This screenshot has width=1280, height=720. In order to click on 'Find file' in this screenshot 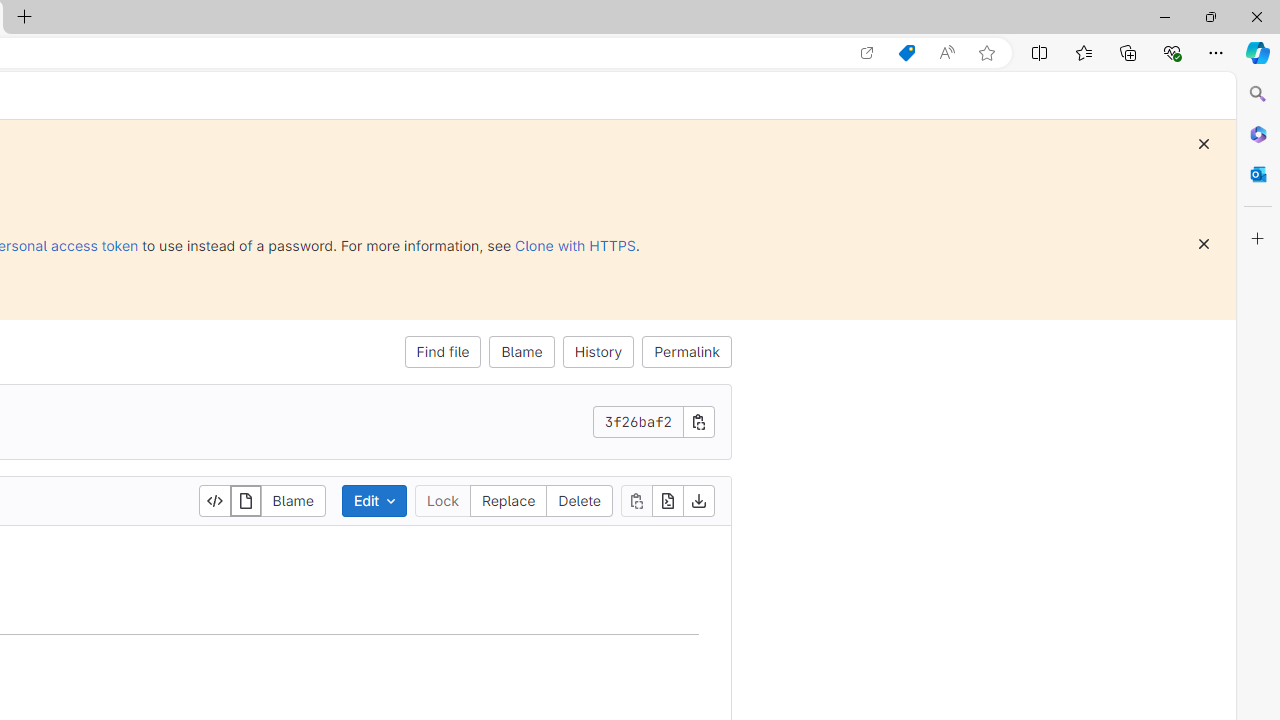, I will do `click(442, 351)`.